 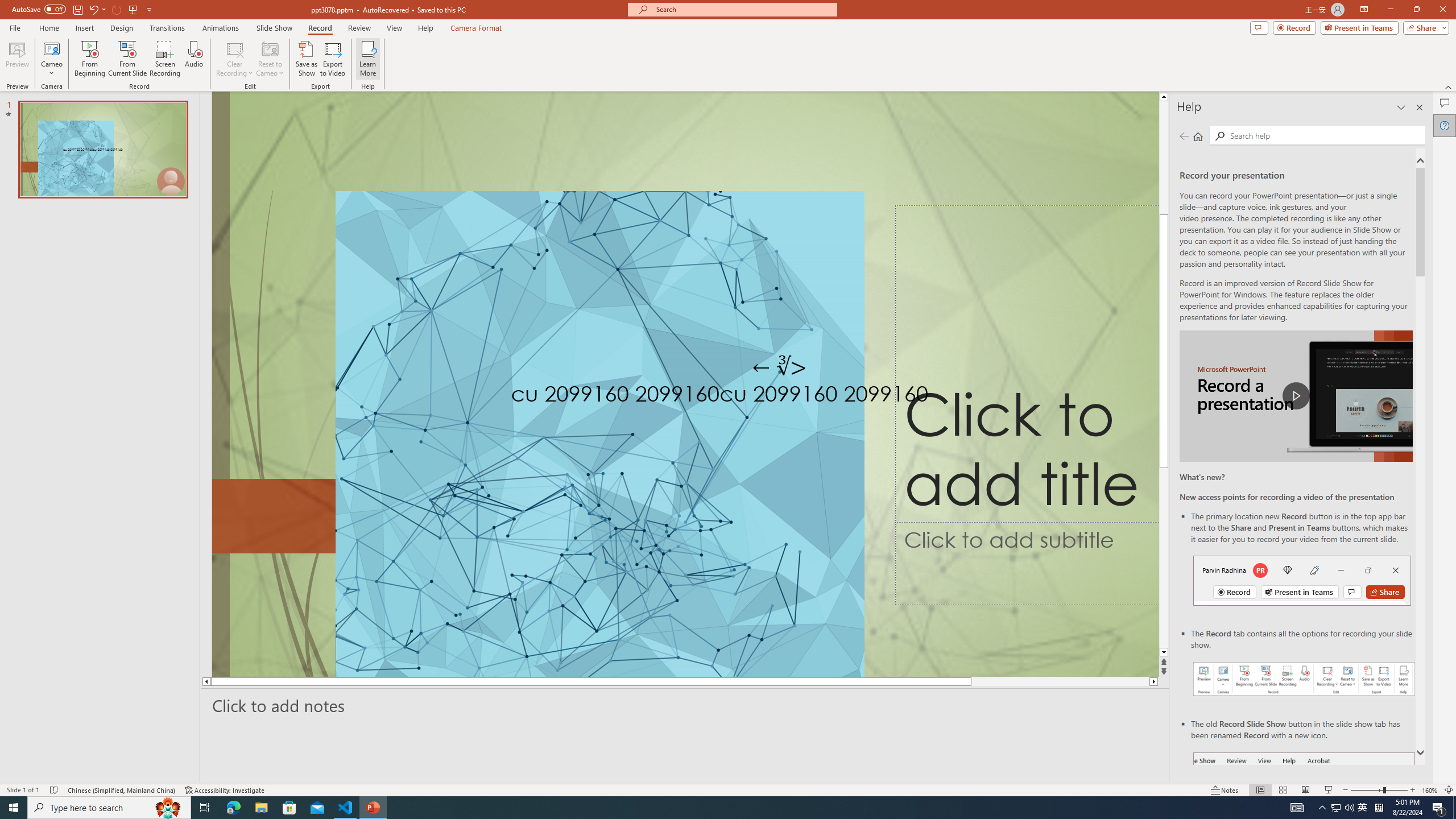 I want to click on 'play Record a Presentation', so click(x=1296, y=396).